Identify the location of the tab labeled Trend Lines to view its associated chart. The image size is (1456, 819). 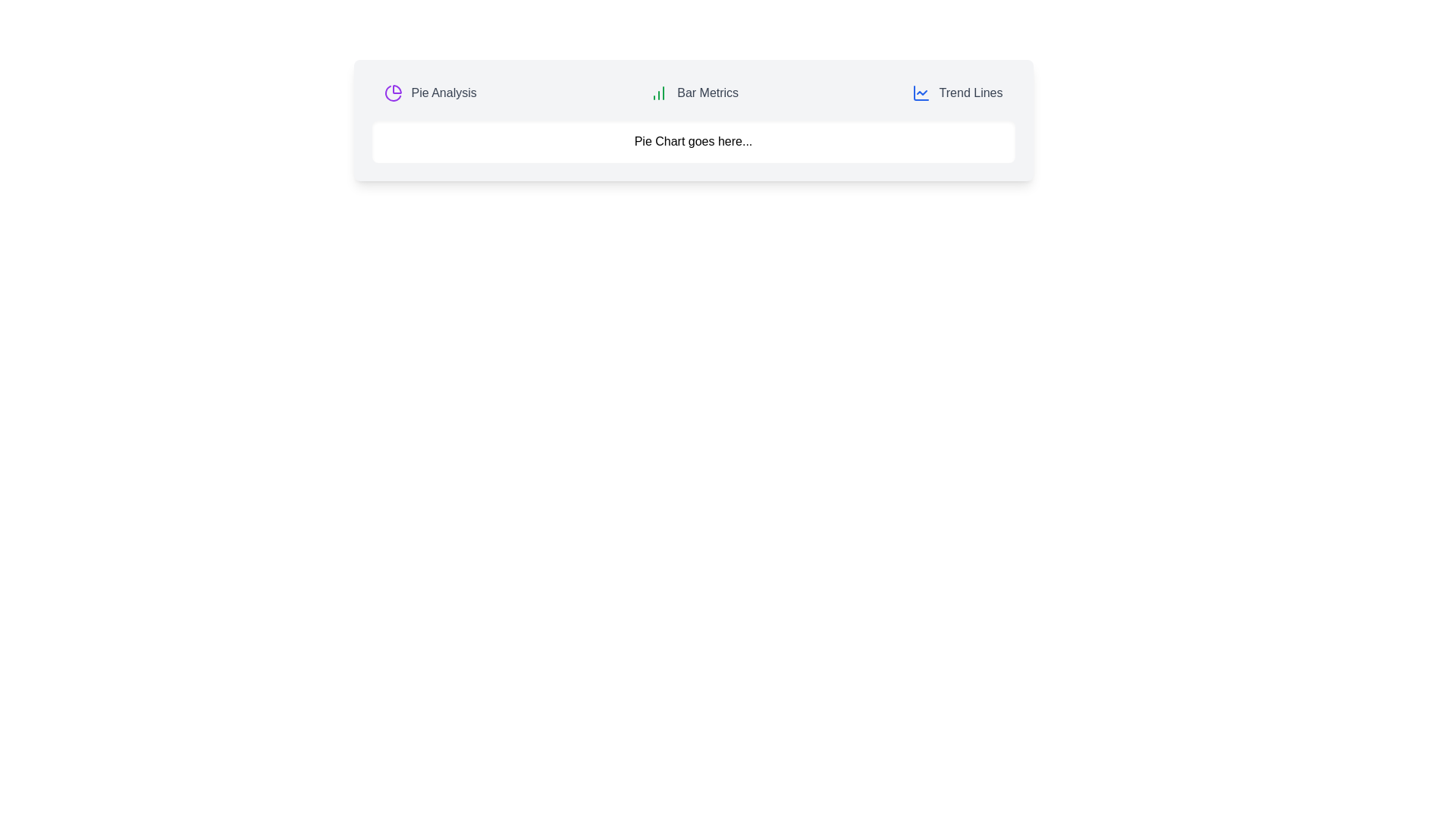
(956, 93).